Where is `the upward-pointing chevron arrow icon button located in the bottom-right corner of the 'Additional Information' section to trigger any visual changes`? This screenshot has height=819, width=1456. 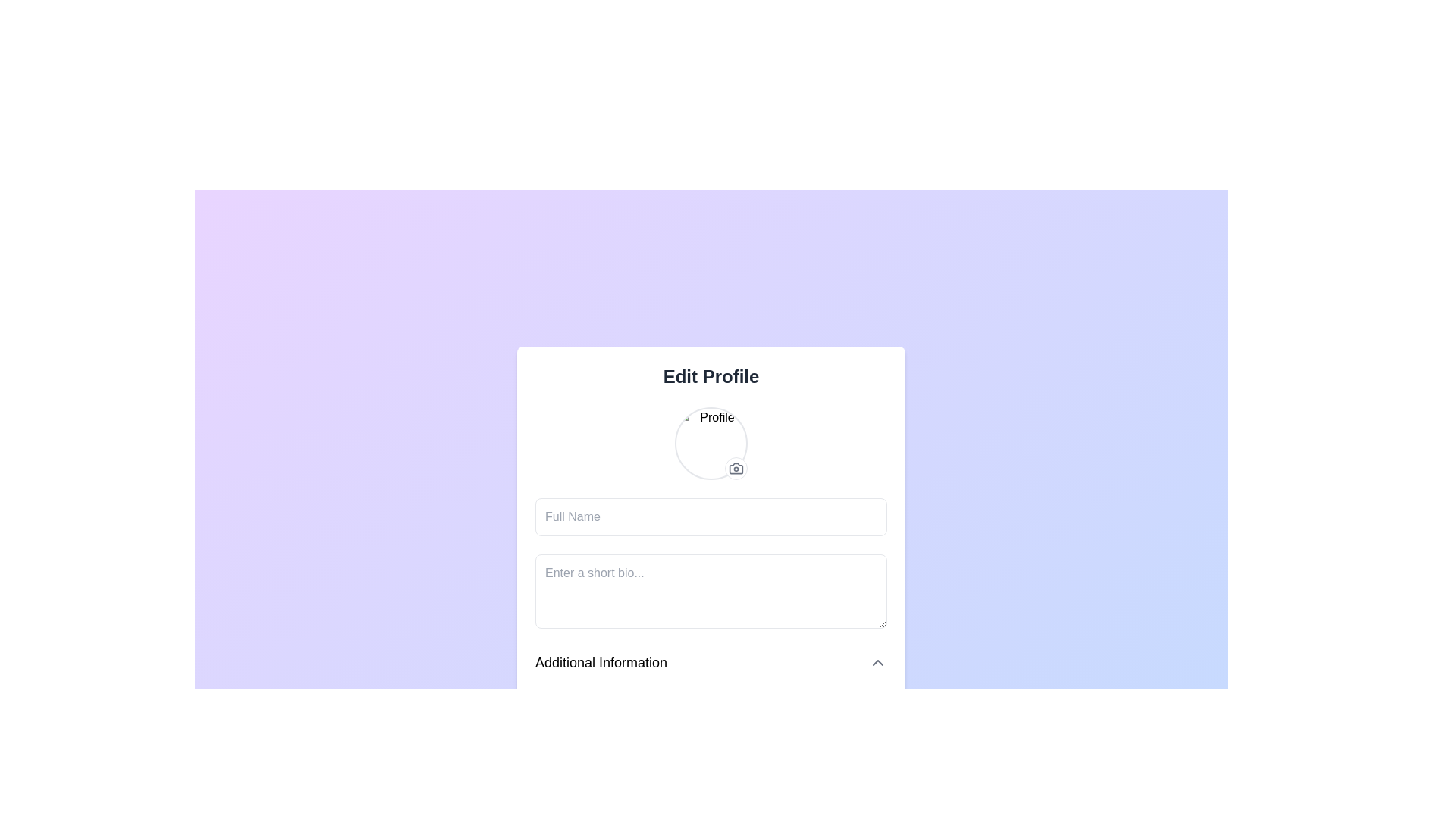 the upward-pointing chevron arrow icon button located in the bottom-right corner of the 'Additional Information' section to trigger any visual changes is located at coordinates (877, 661).